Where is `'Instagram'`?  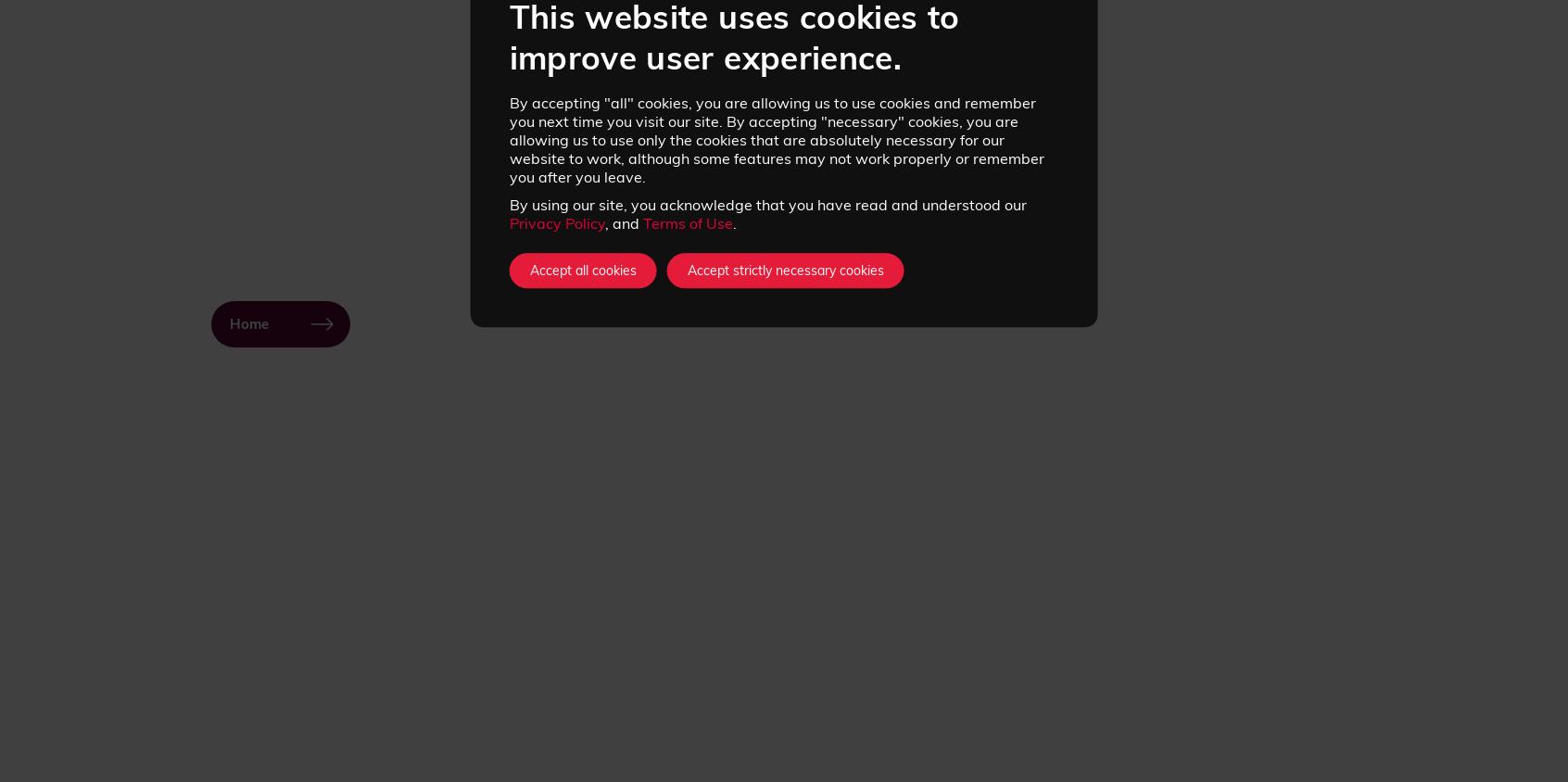
'Instagram' is located at coordinates (1096, 756).